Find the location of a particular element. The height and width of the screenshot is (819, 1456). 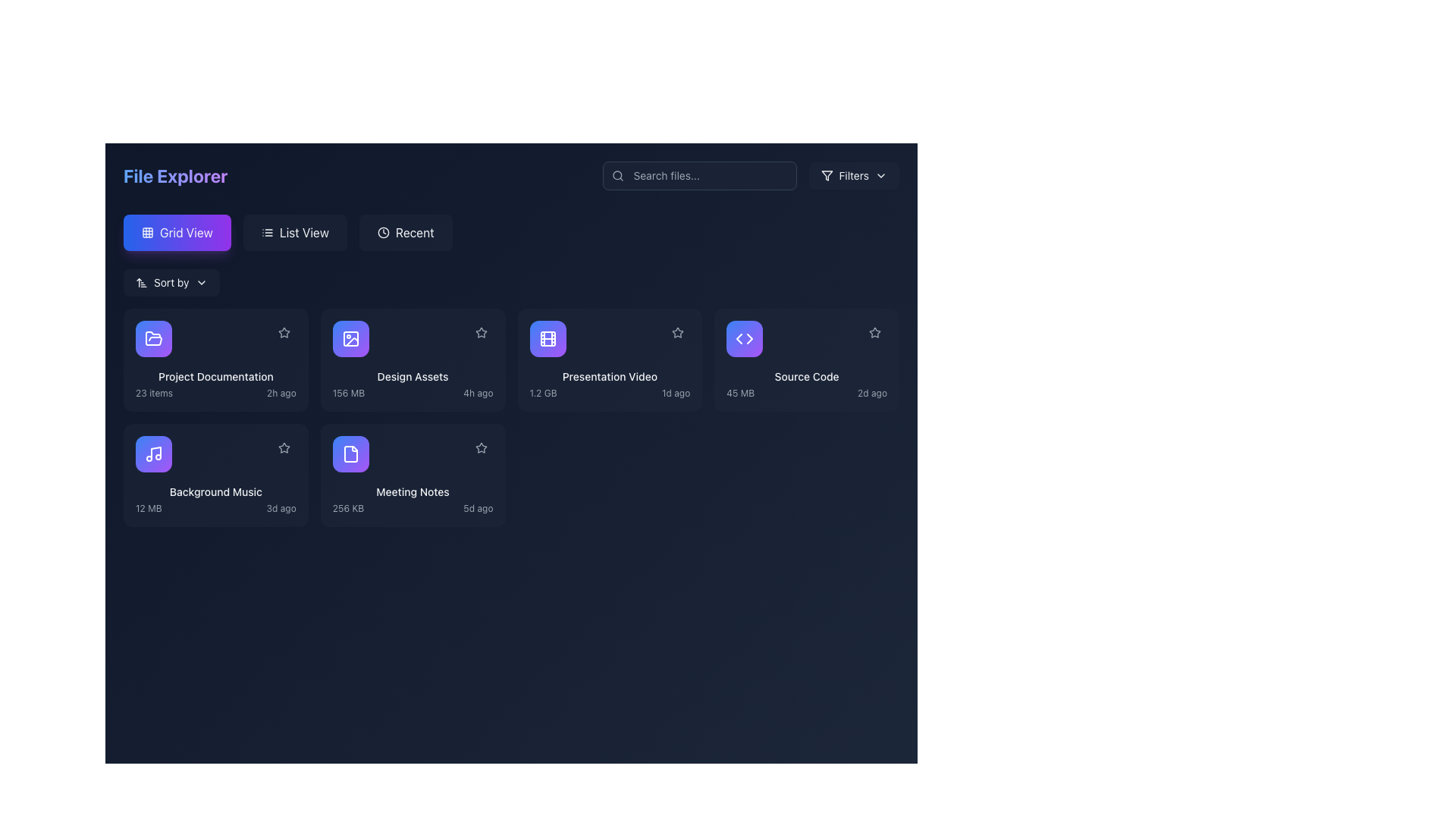

the fourth interactive card is located at coordinates (806, 359).